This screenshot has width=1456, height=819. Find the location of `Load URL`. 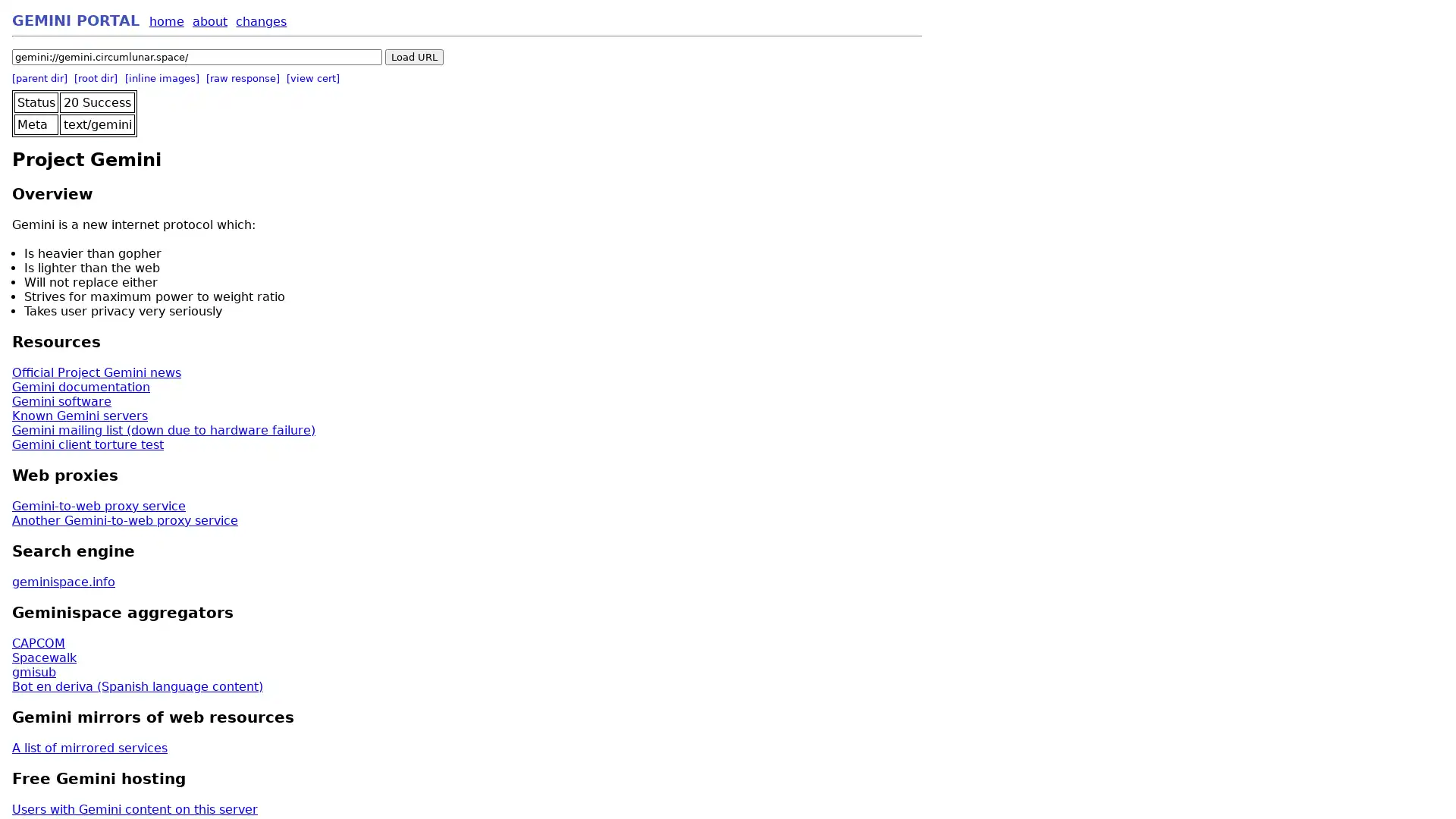

Load URL is located at coordinates (414, 56).